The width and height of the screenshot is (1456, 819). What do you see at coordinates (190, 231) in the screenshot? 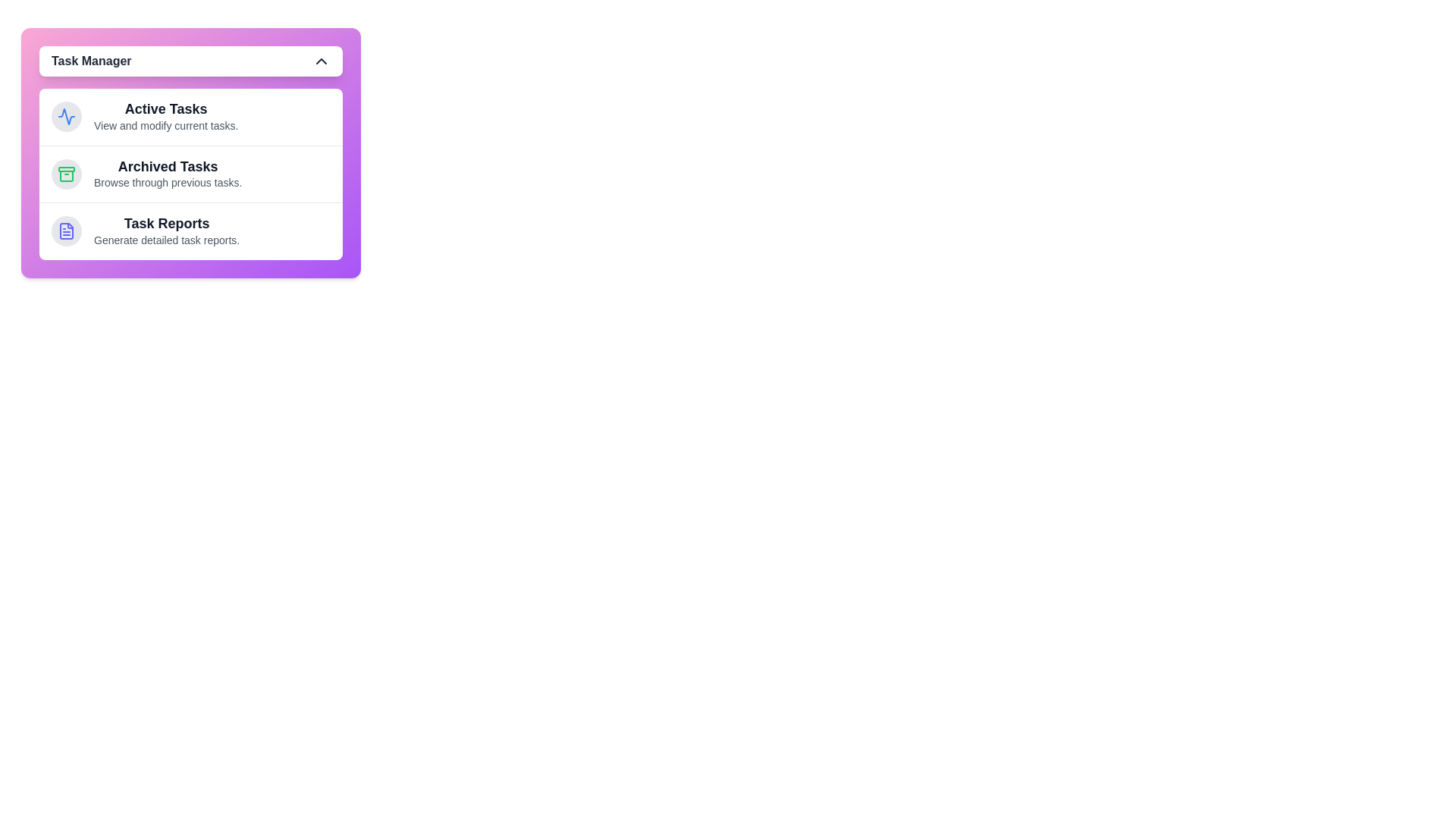
I see `the task section Task Reports to highlight it` at bounding box center [190, 231].